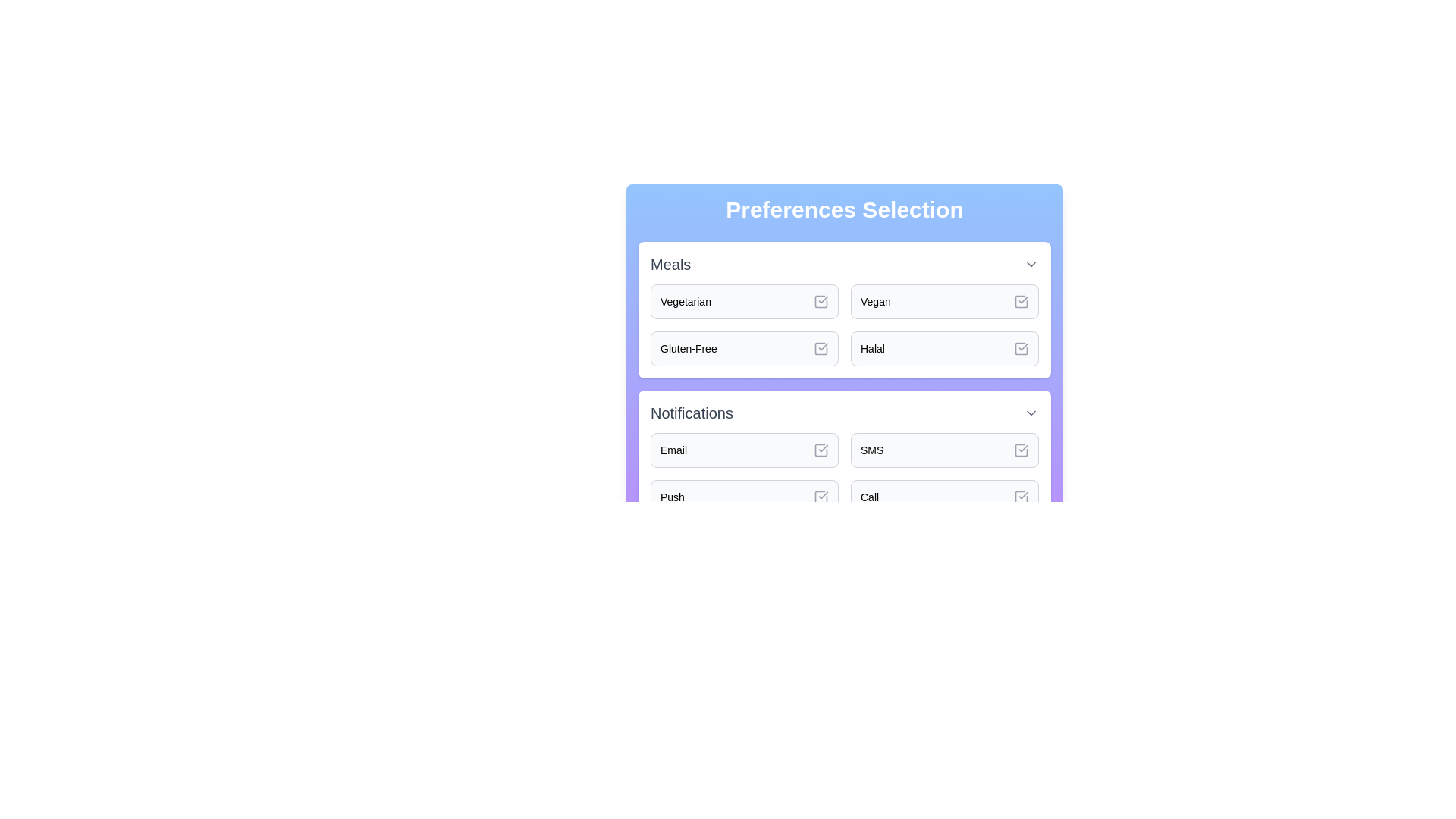 The image size is (1456, 819). Describe the element at coordinates (821, 497) in the screenshot. I see `the checkbox icon representing the selection status of the 'Push' notification option within the 'Notifications' preferences section` at that location.